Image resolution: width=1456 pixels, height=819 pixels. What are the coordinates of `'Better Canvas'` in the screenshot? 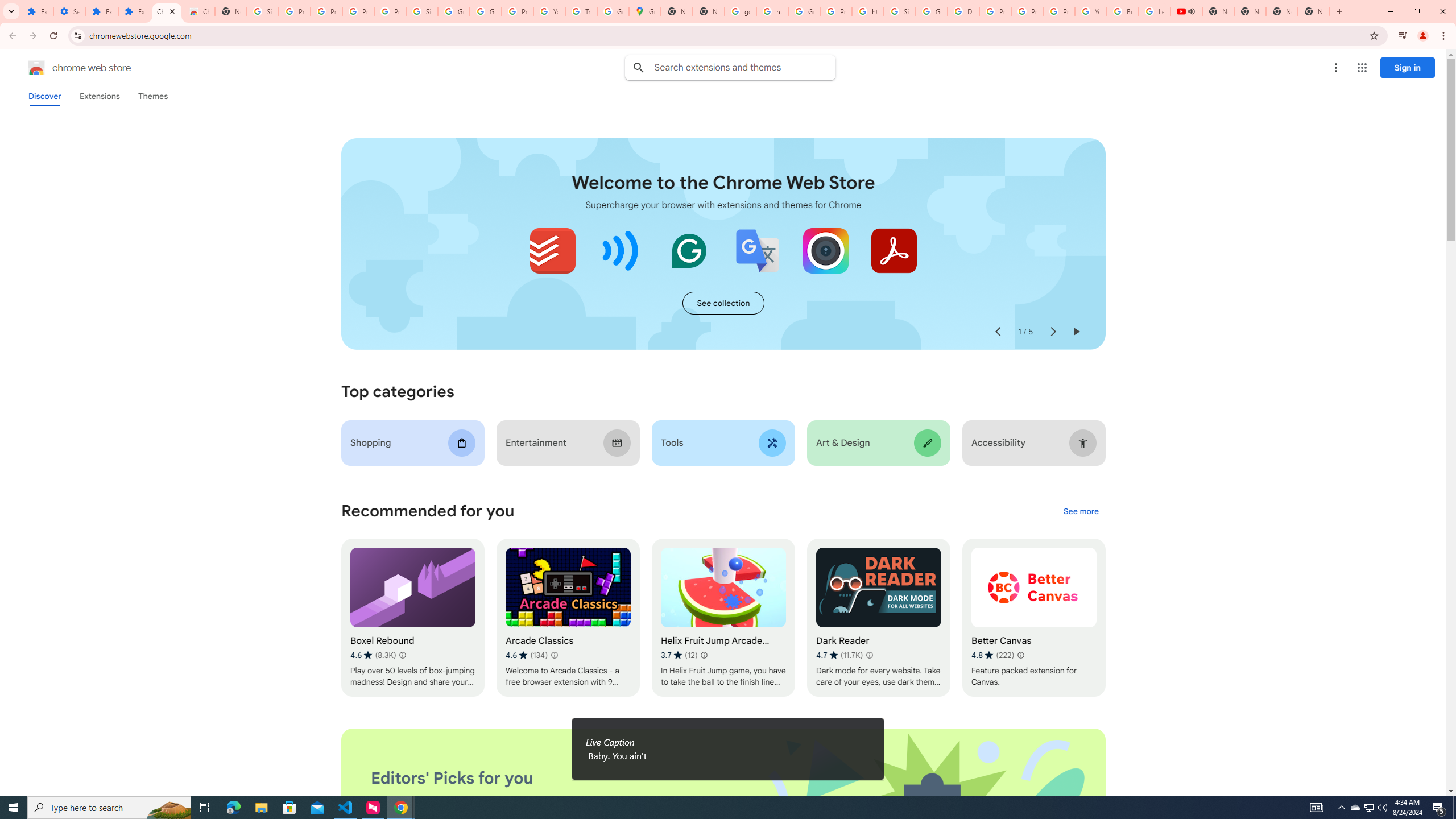 It's located at (1033, 617).